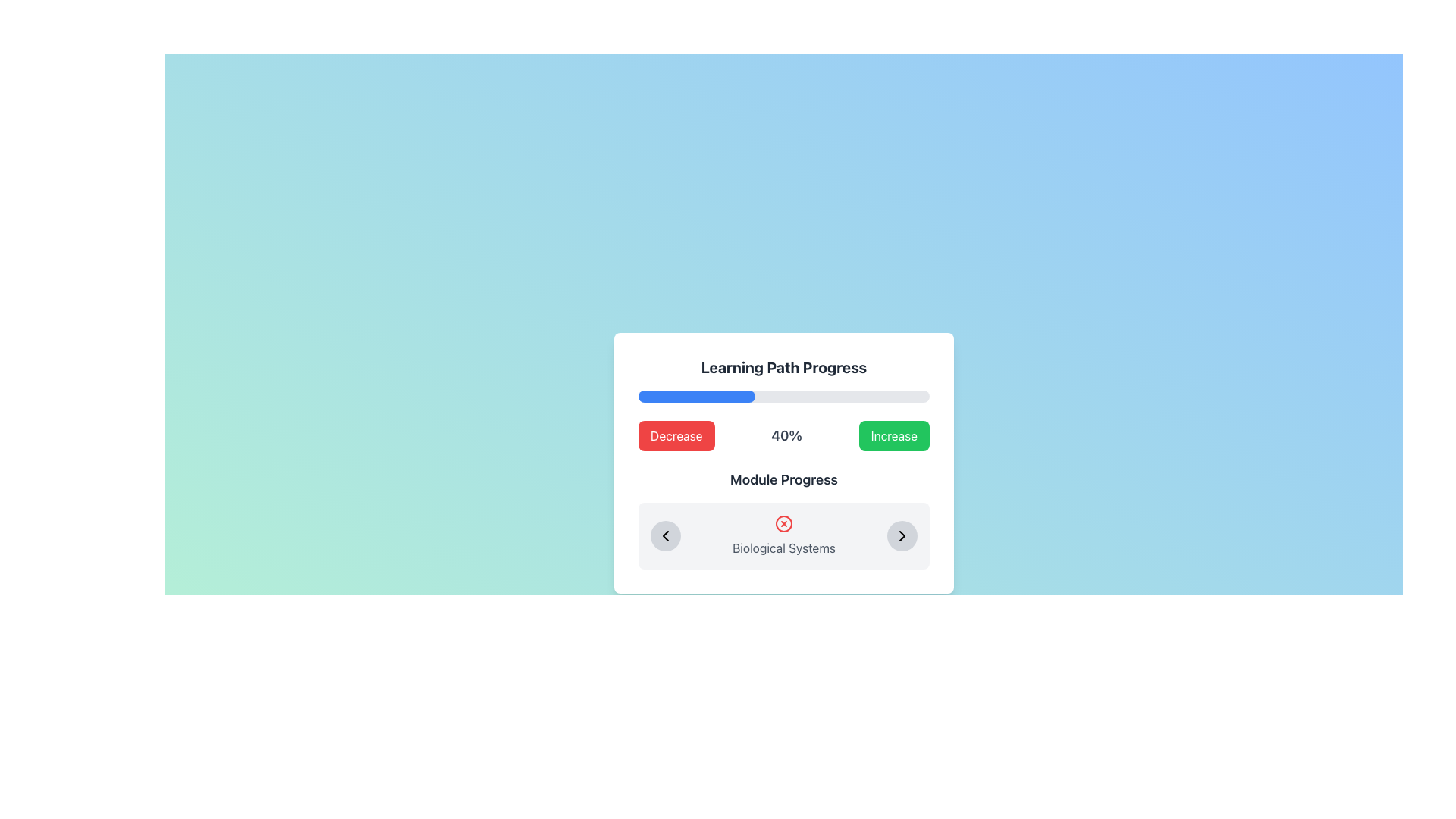 This screenshot has height=819, width=1456. Describe the element at coordinates (783, 479) in the screenshot. I see `the Text Label that indicates the start of a specific content area related to module progress, located below the progress indicator ('40%') and above the navigation section ('Biological Systems')` at that location.